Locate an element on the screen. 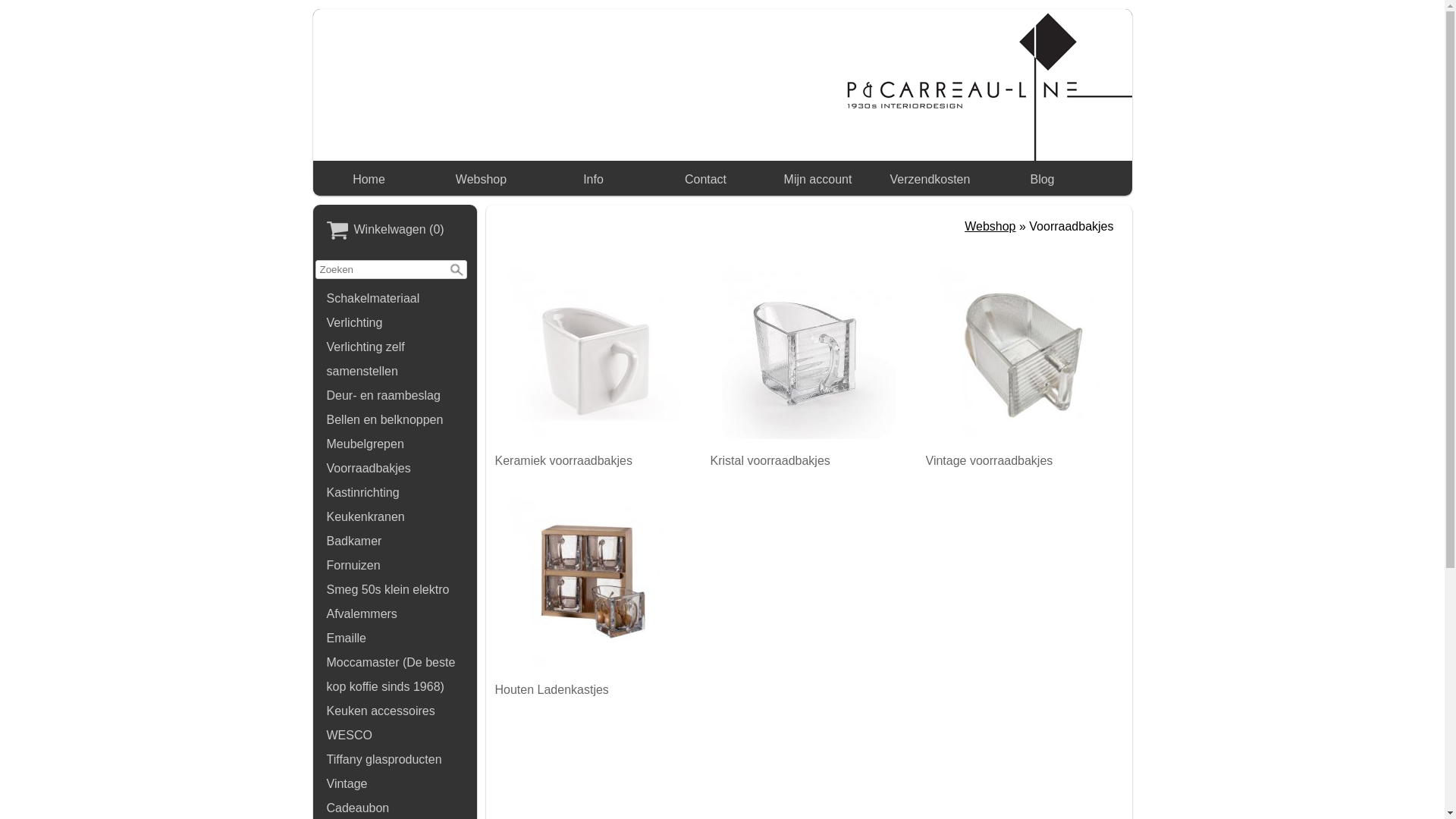 The width and height of the screenshot is (1456, 819). 'Blog' is located at coordinates (1041, 178).